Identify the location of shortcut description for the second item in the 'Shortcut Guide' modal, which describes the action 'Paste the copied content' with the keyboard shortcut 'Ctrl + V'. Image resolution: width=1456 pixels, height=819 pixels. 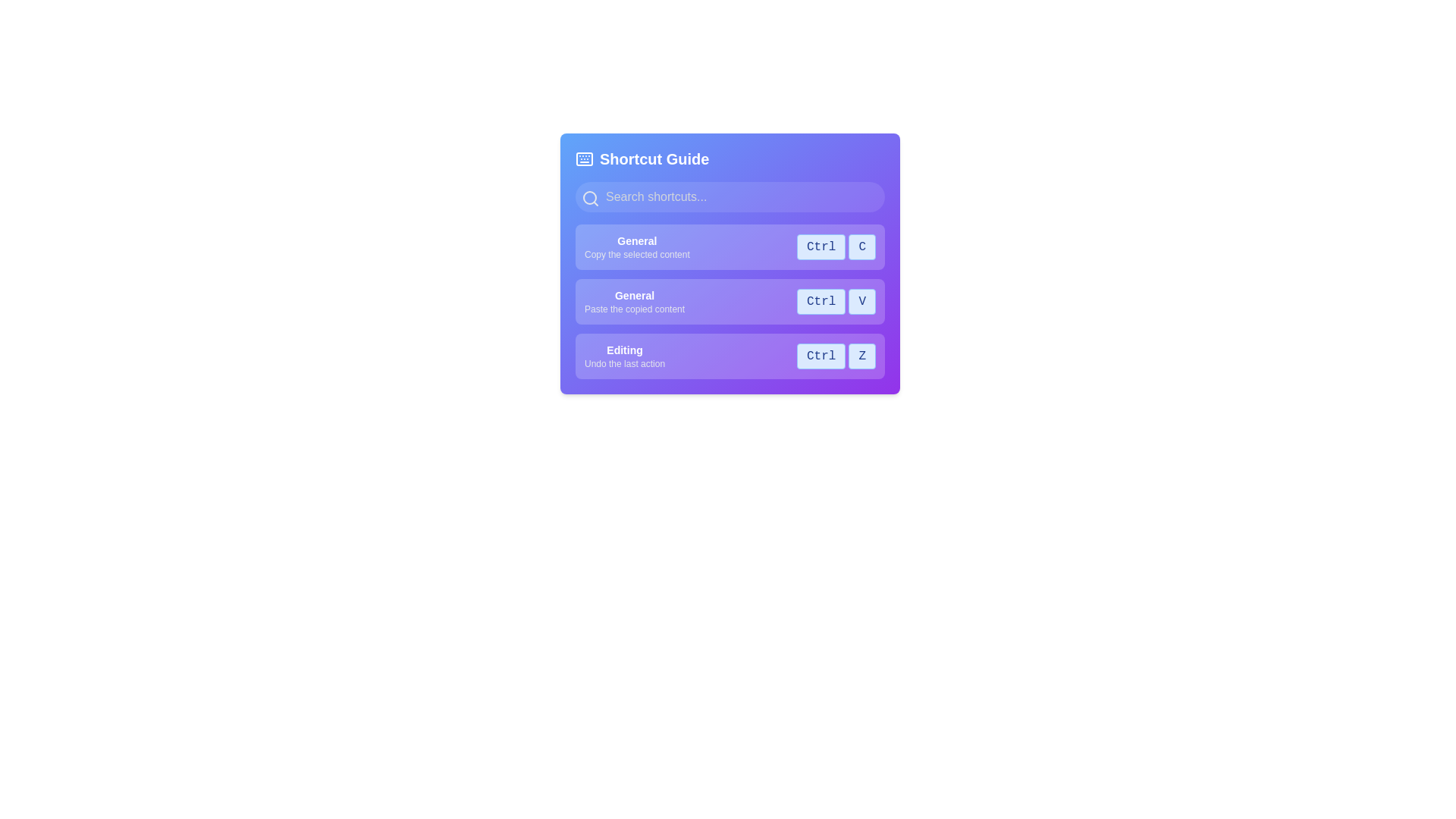
(730, 301).